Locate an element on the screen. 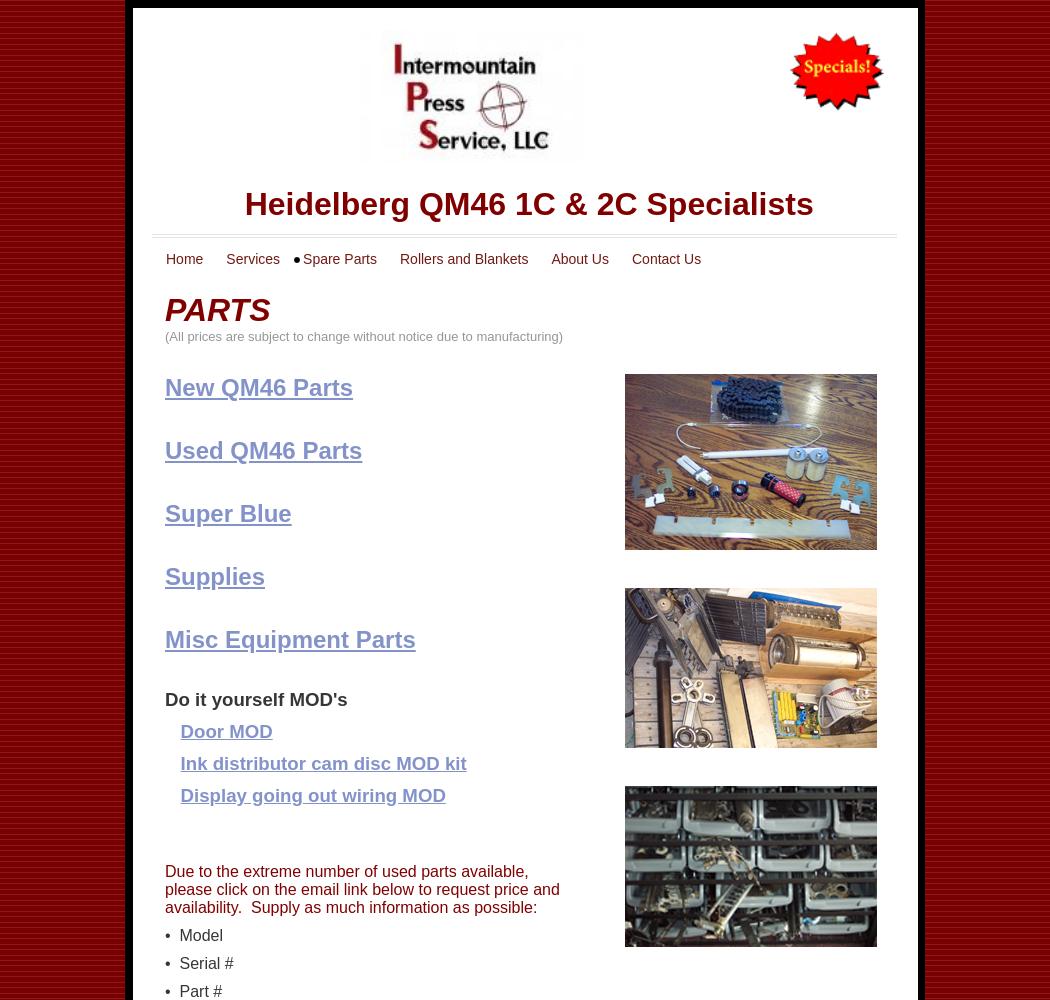 The image size is (1050, 1000). 'Misc Equipment Parts' is located at coordinates (164, 638).